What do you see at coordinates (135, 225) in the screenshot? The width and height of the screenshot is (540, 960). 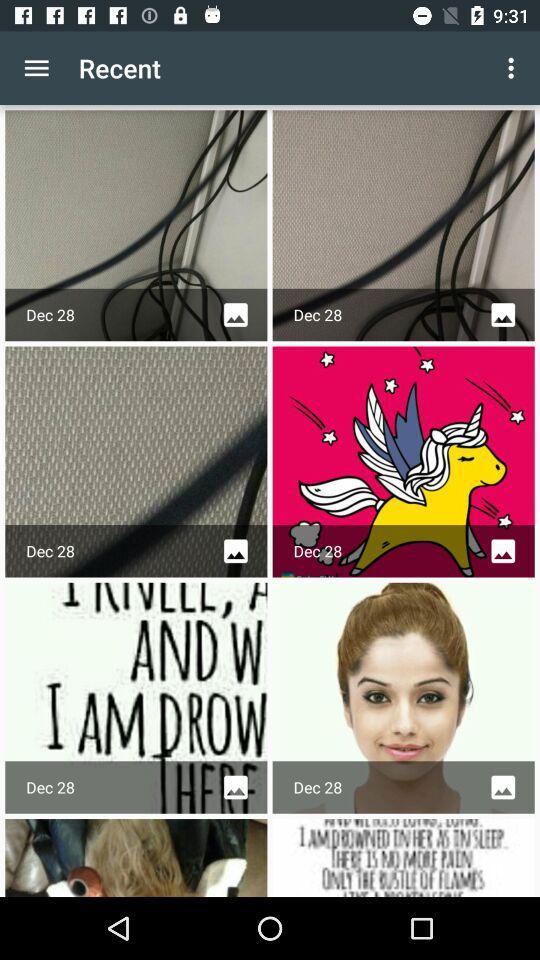 I see `the first image` at bounding box center [135, 225].